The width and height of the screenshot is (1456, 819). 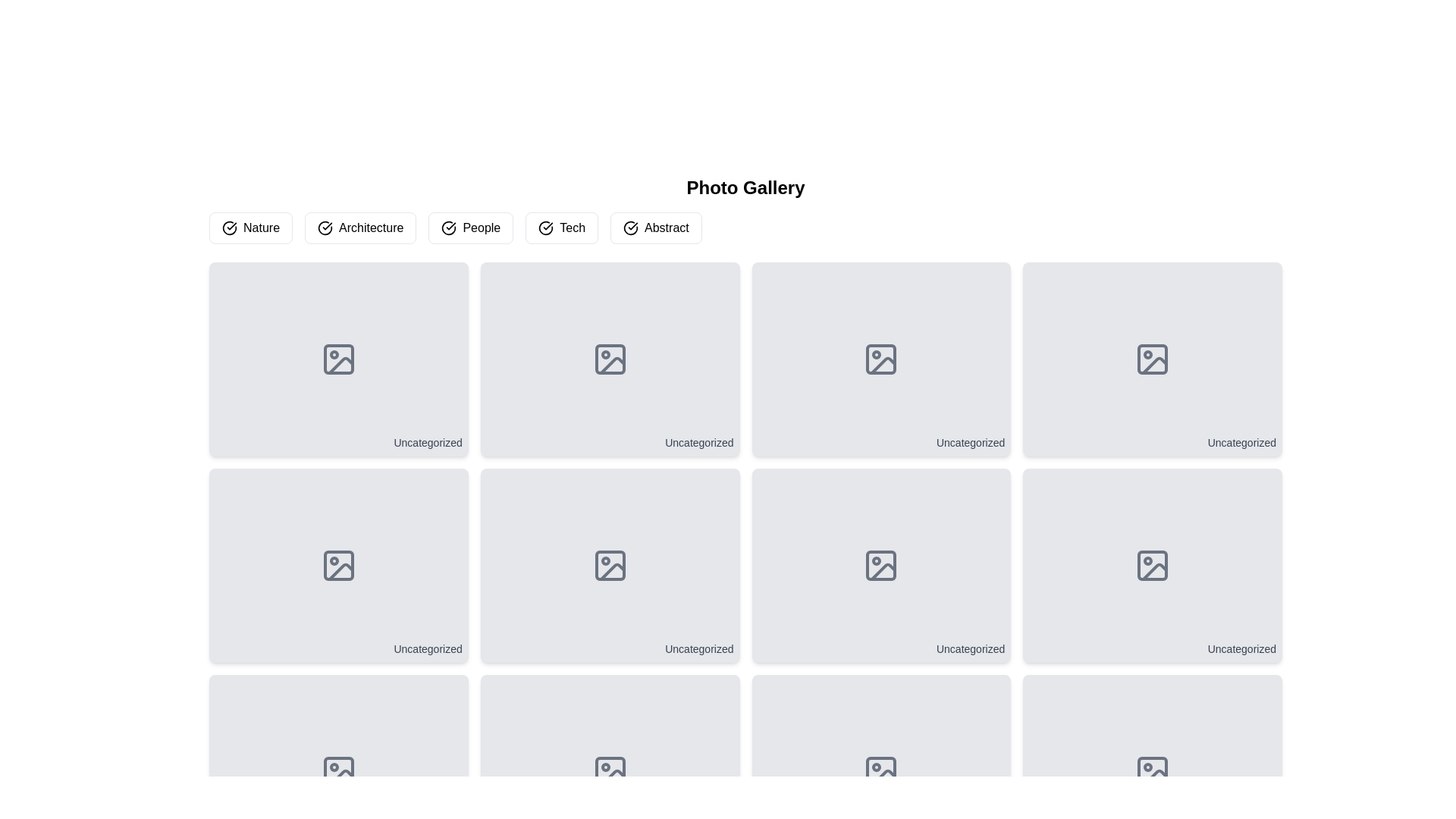 I want to click on the Card element located in the first row and second column of the grid layout, which serves as a placeholder for a content item, so click(x=610, y=359).